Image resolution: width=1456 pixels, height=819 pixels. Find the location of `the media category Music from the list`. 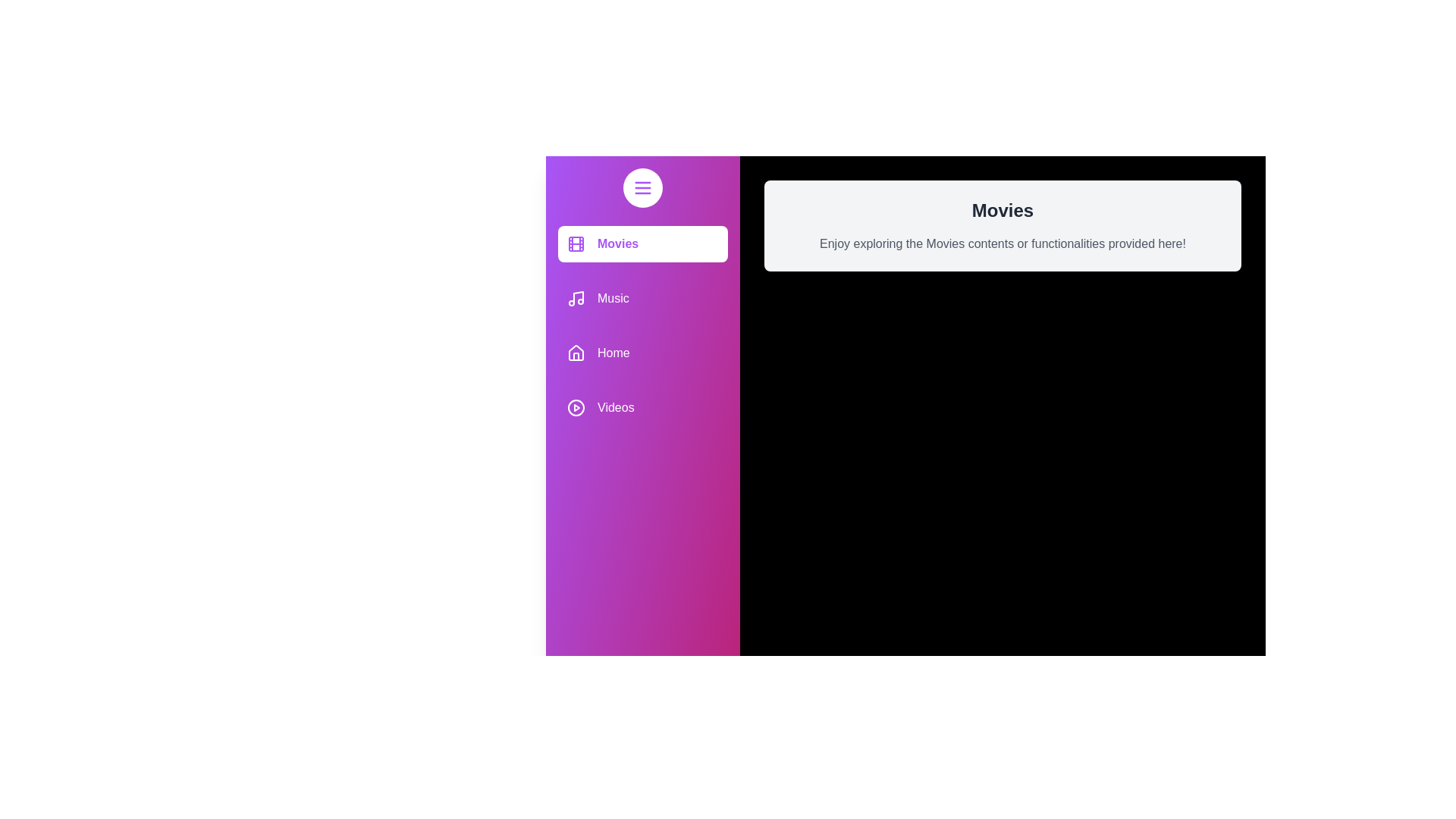

the media category Music from the list is located at coordinates (643, 298).